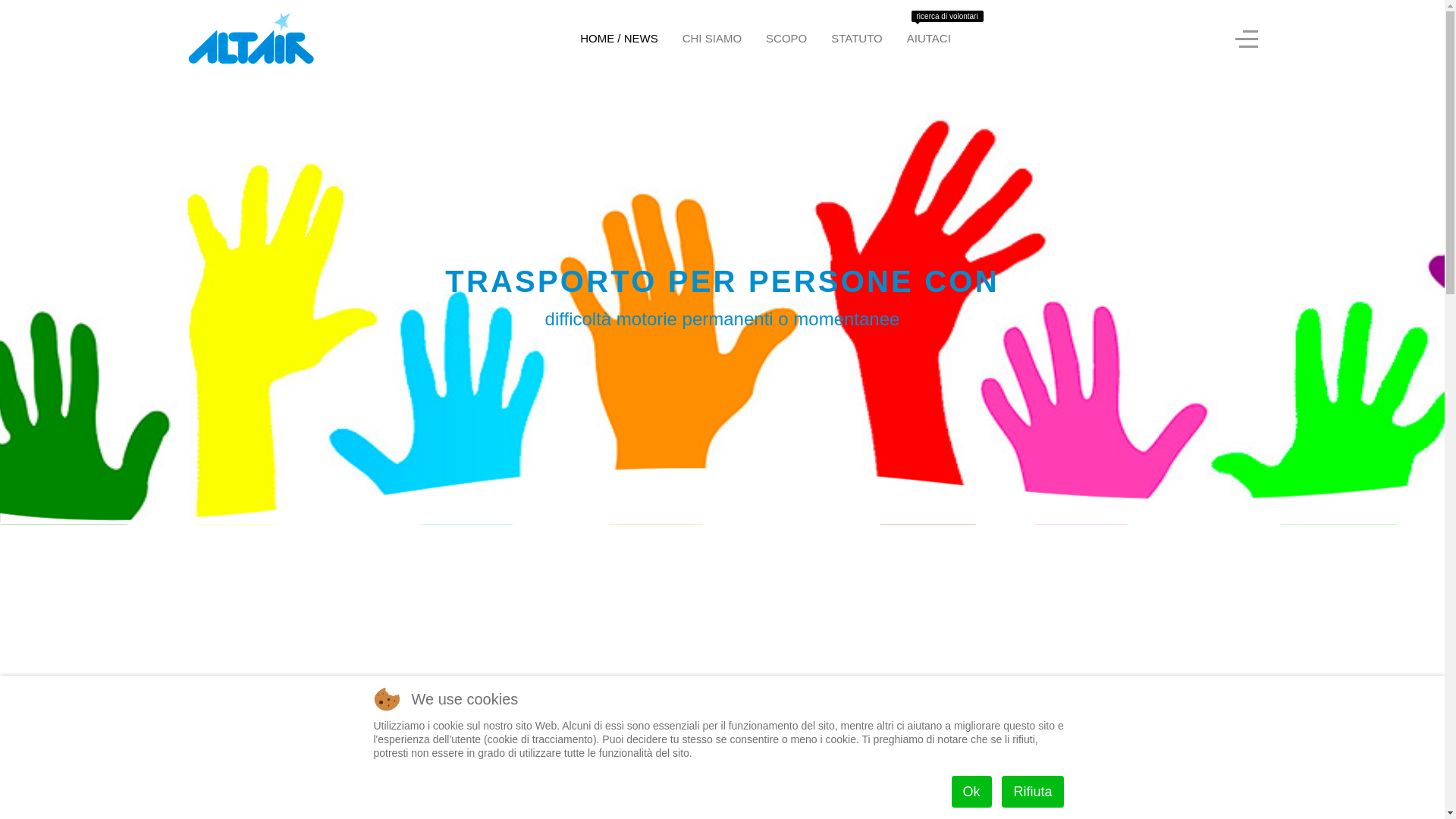 Image resolution: width=1456 pixels, height=819 pixels. Describe the element at coordinates (950, 791) in the screenshot. I see `'Ok'` at that location.